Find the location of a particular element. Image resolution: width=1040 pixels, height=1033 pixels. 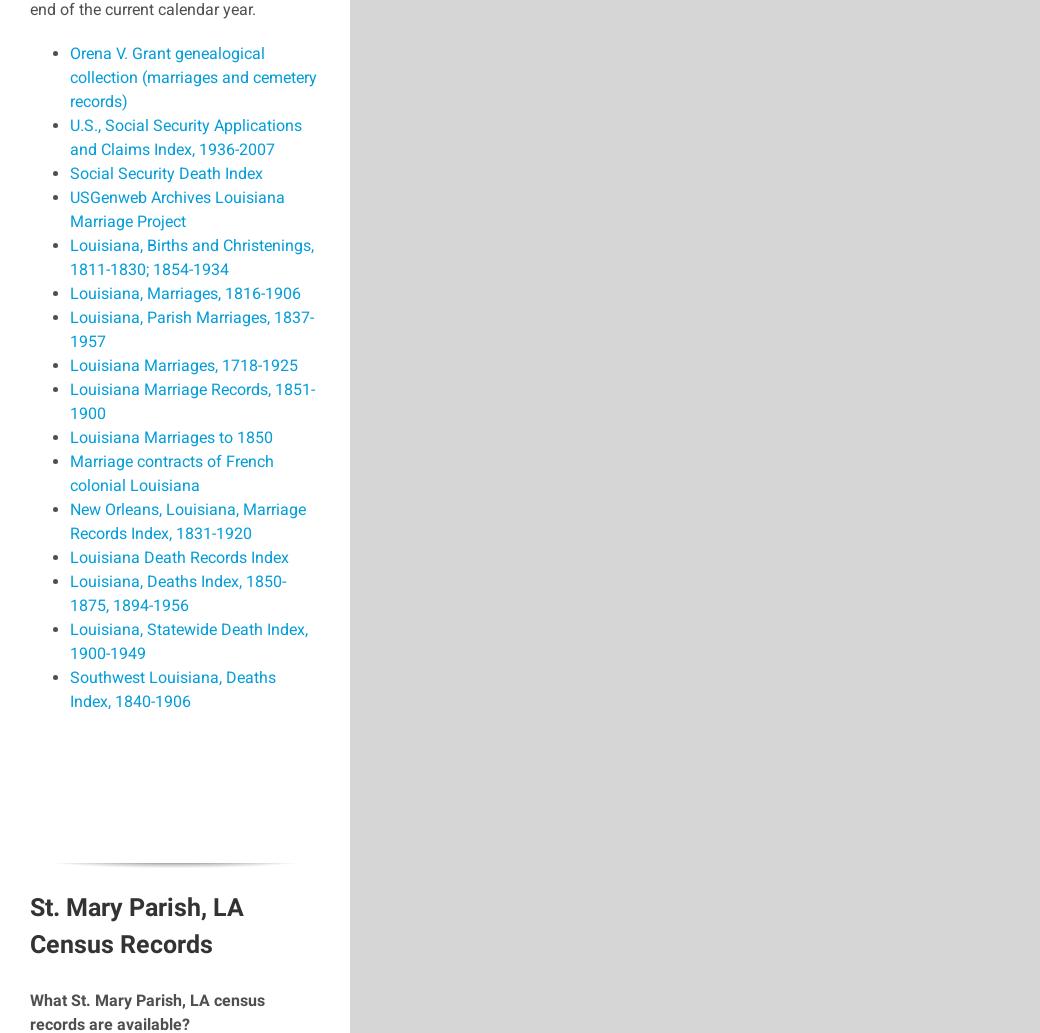

'Louisiana Death Records Index' is located at coordinates (68, 556).